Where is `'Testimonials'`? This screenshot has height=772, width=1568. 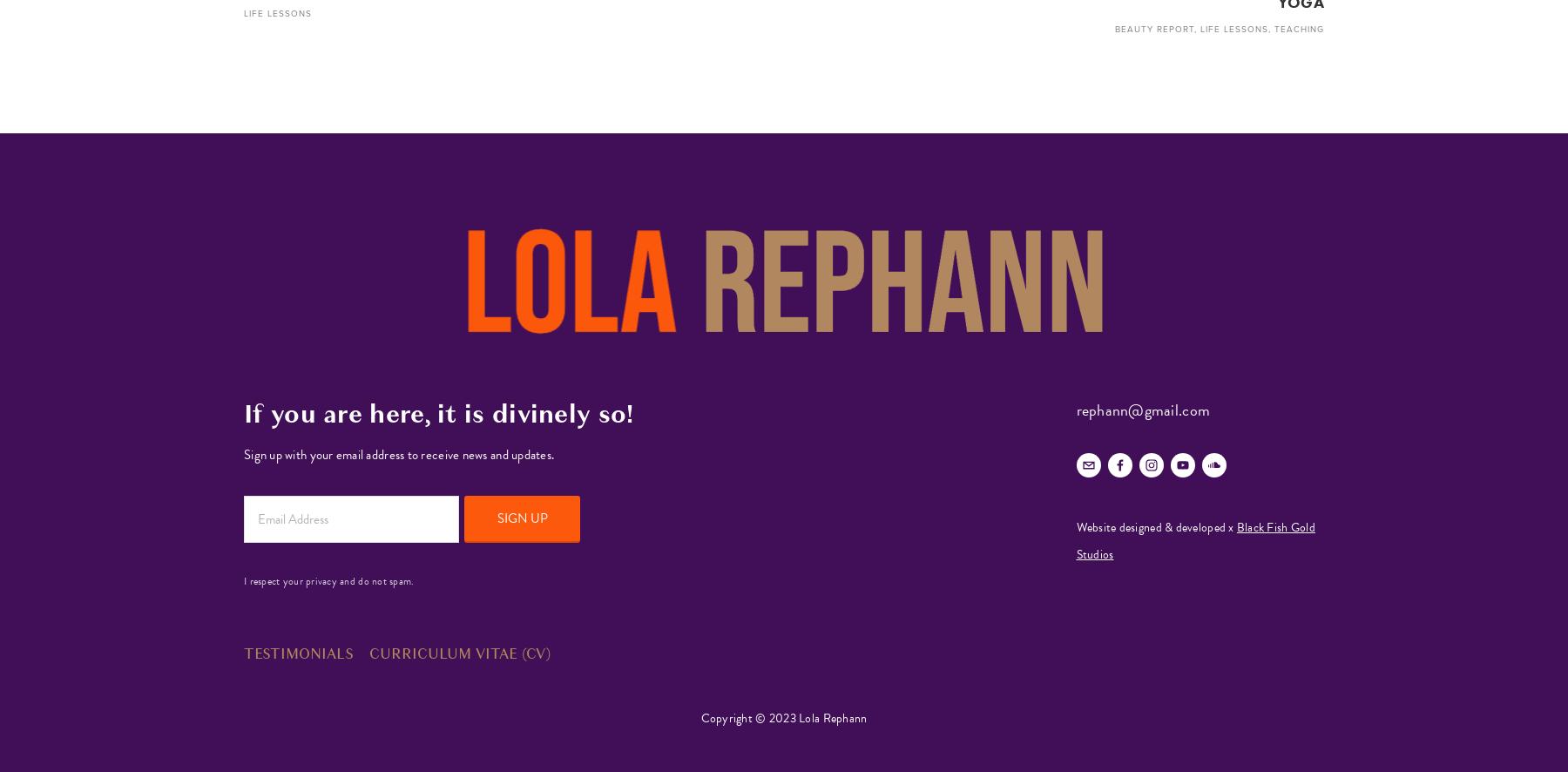 'Testimonials' is located at coordinates (299, 653).